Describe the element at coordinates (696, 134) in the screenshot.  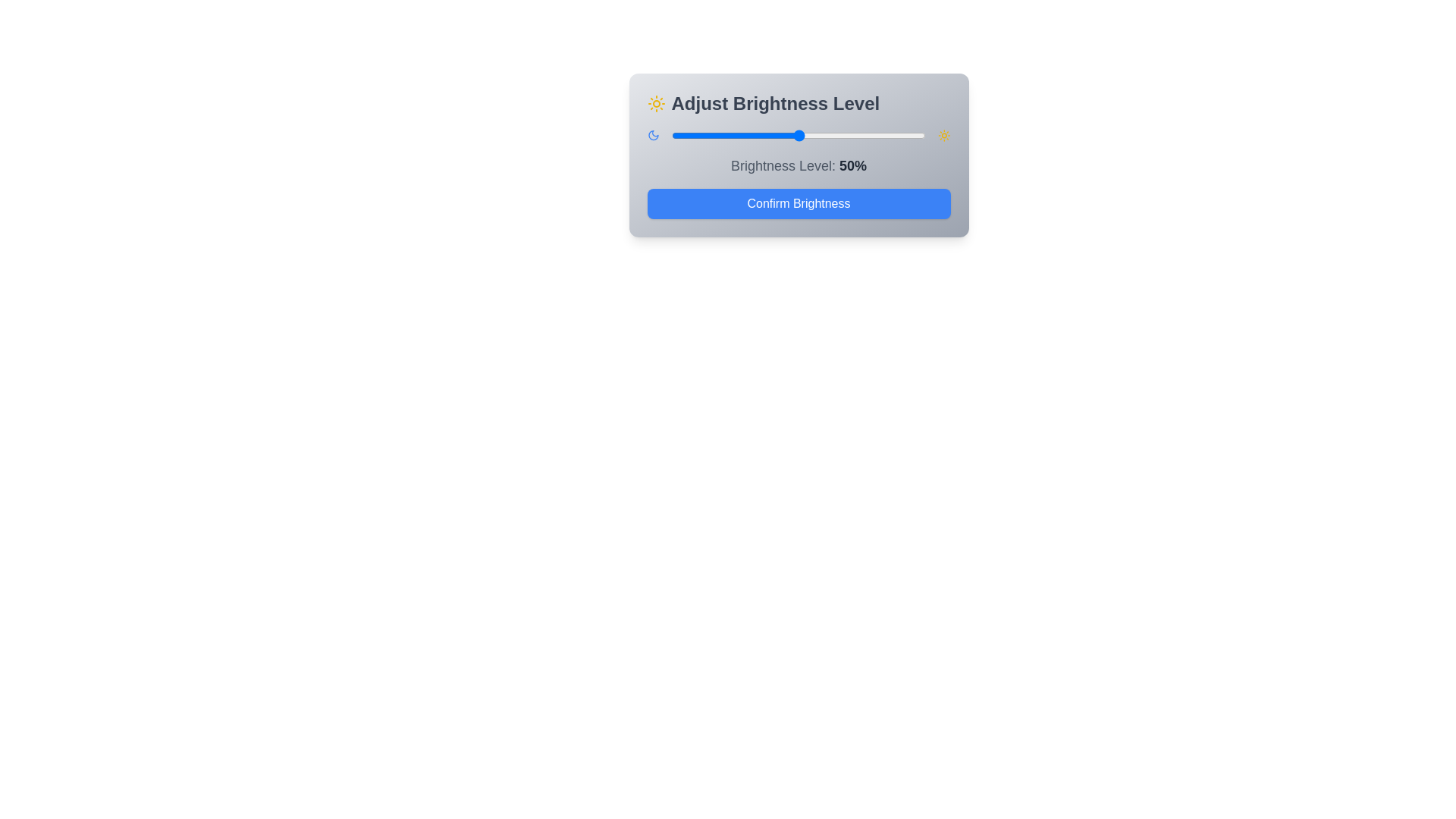
I see `the brightness slider to 10% to explore its visual effect` at that location.